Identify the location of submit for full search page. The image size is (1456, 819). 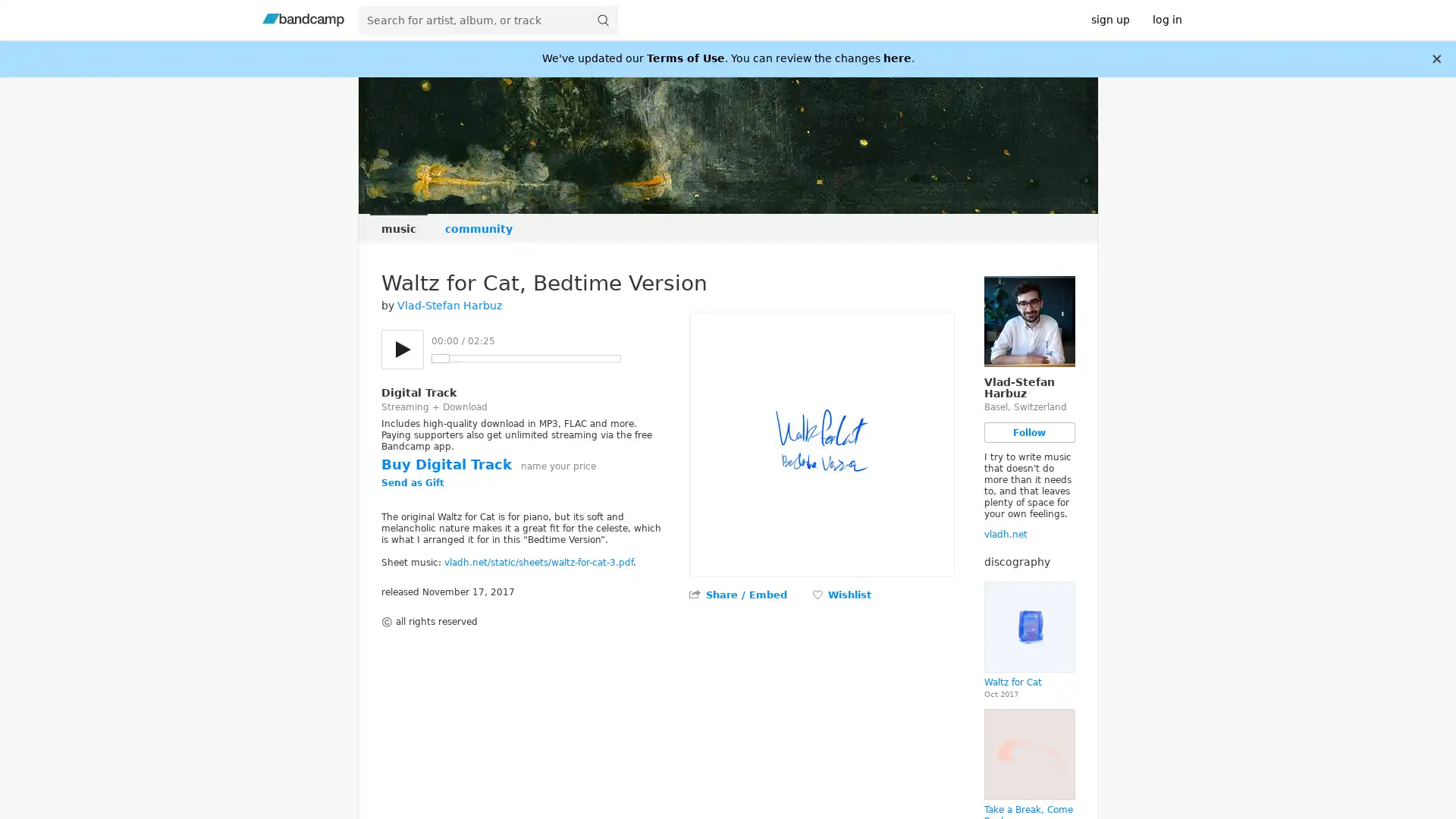
(602, 20).